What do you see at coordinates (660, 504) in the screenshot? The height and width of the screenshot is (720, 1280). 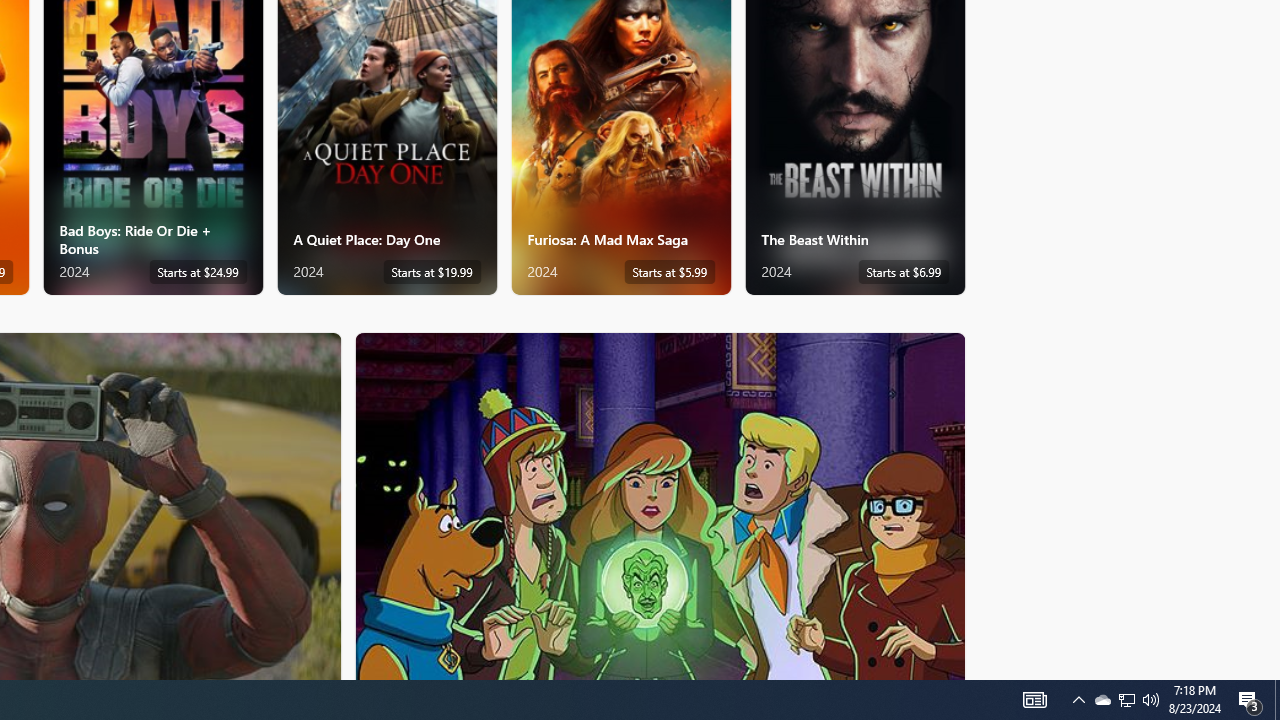 I see `'Family'` at bounding box center [660, 504].